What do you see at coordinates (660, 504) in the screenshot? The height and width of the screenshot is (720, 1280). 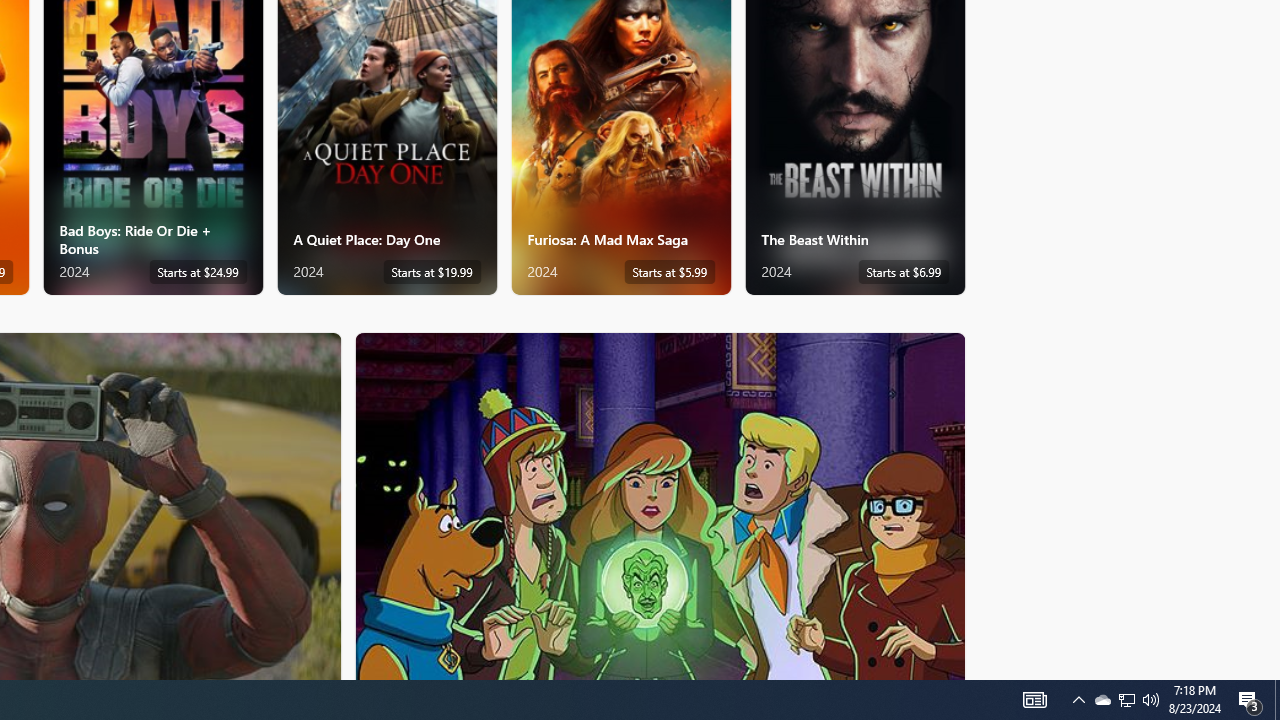 I see `'Family'` at bounding box center [660, 504].